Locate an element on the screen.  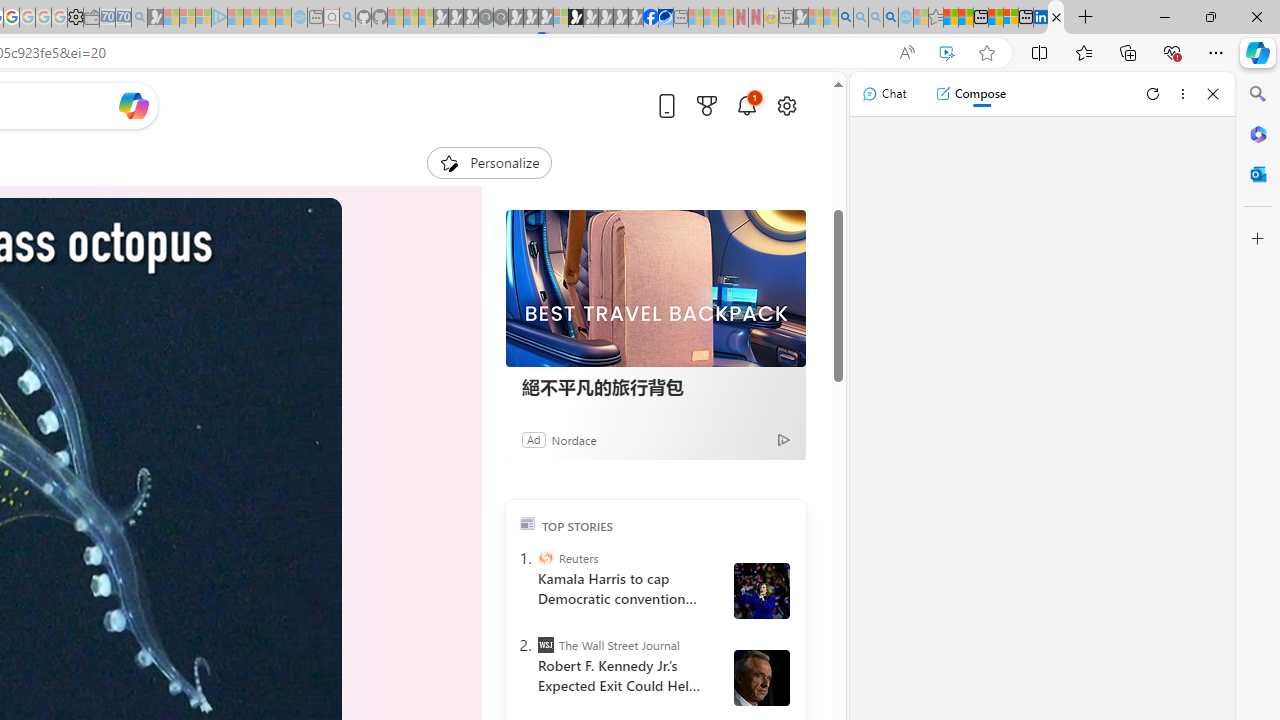
'Reuters' is located at coordinates (545, 558).